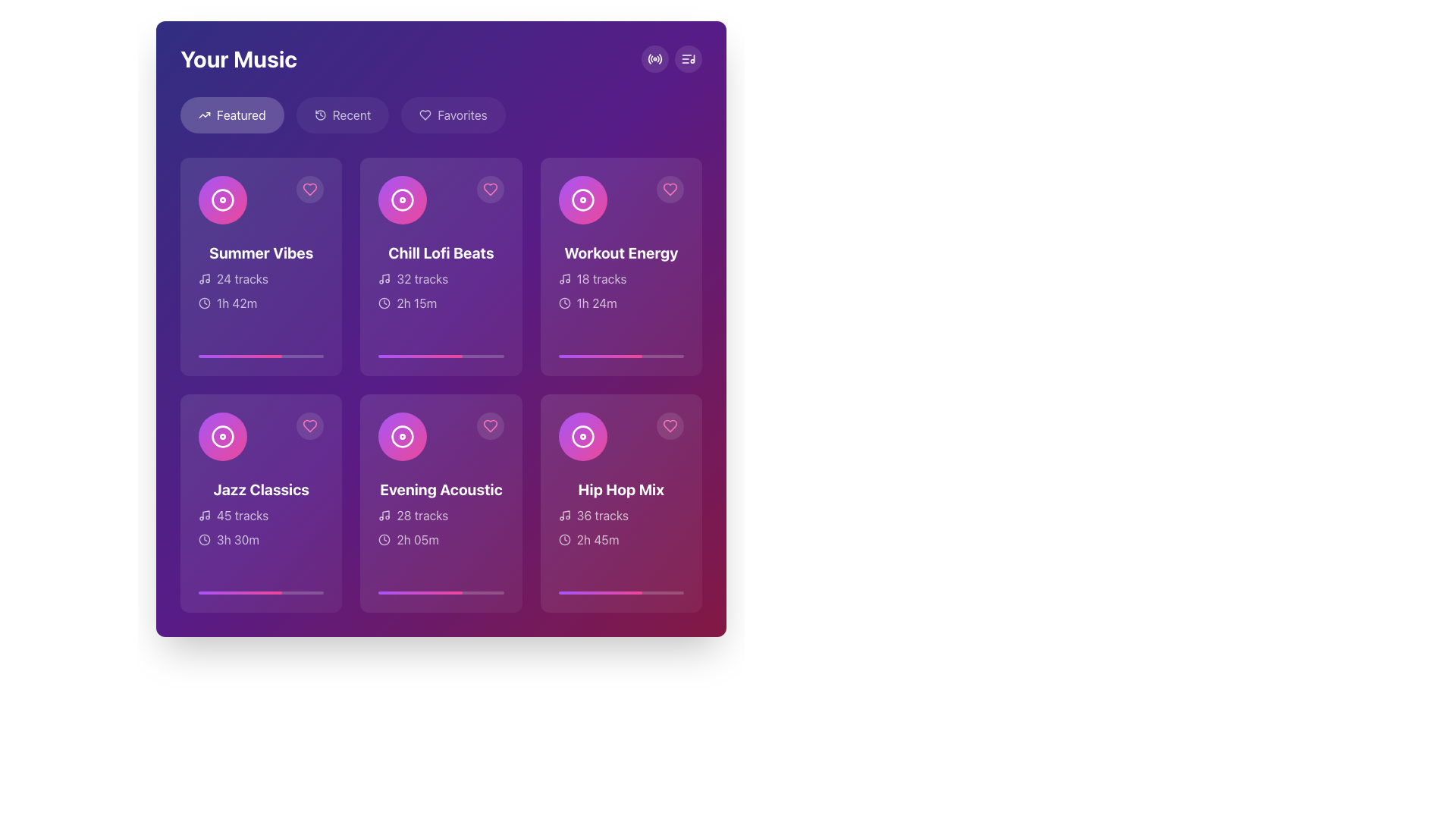 The image size is (1456, 819). Describe the element at coordinates (621, 592) in the screenshot. I see `the Progress Bar located at the bottom center of the 'Hip Hop Mix' card, which indicates the completion level of a task or media consumption` at that location.